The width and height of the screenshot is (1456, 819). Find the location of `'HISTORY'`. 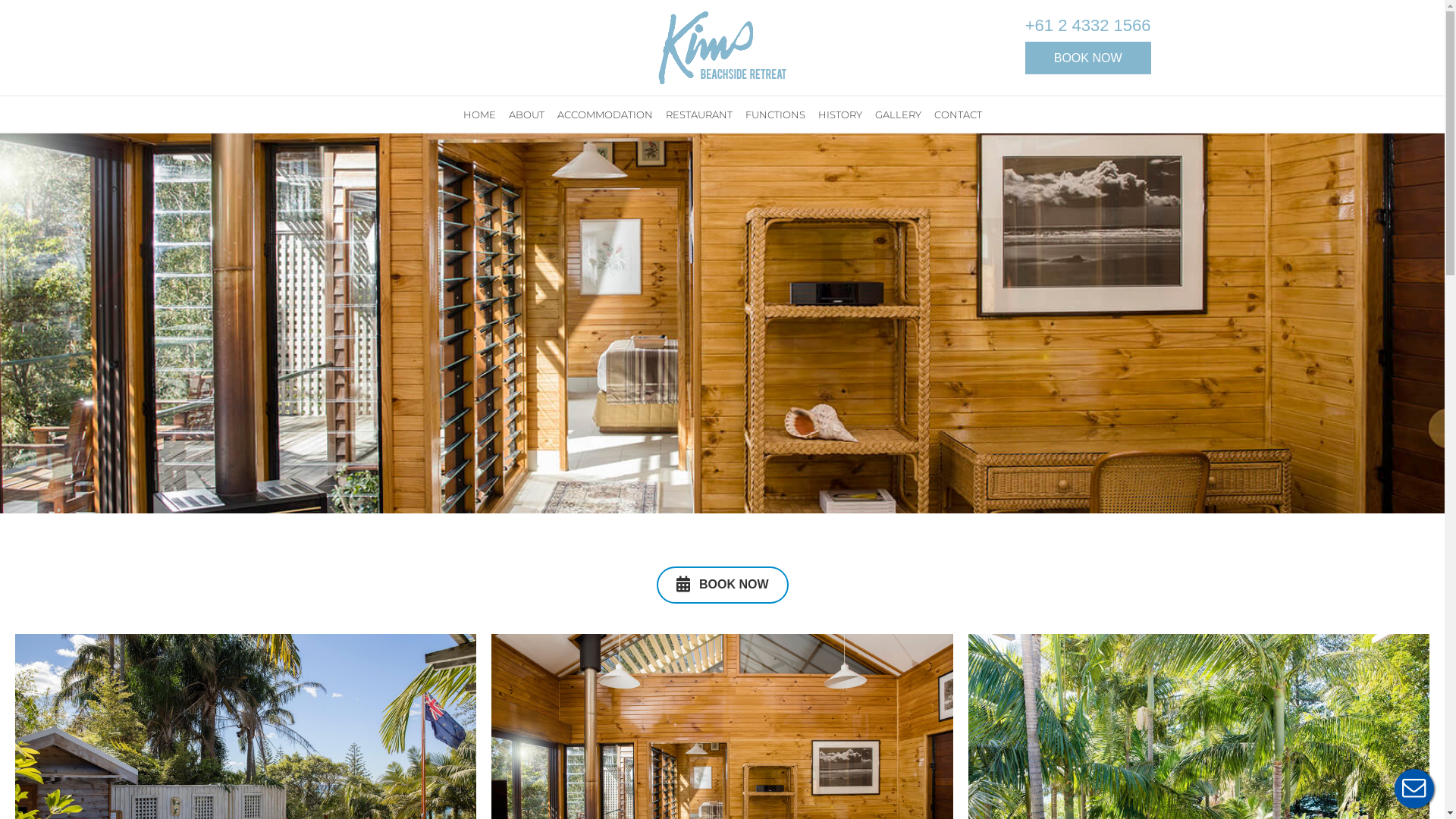

'HISTORY' is located at coordinates (839, 113).